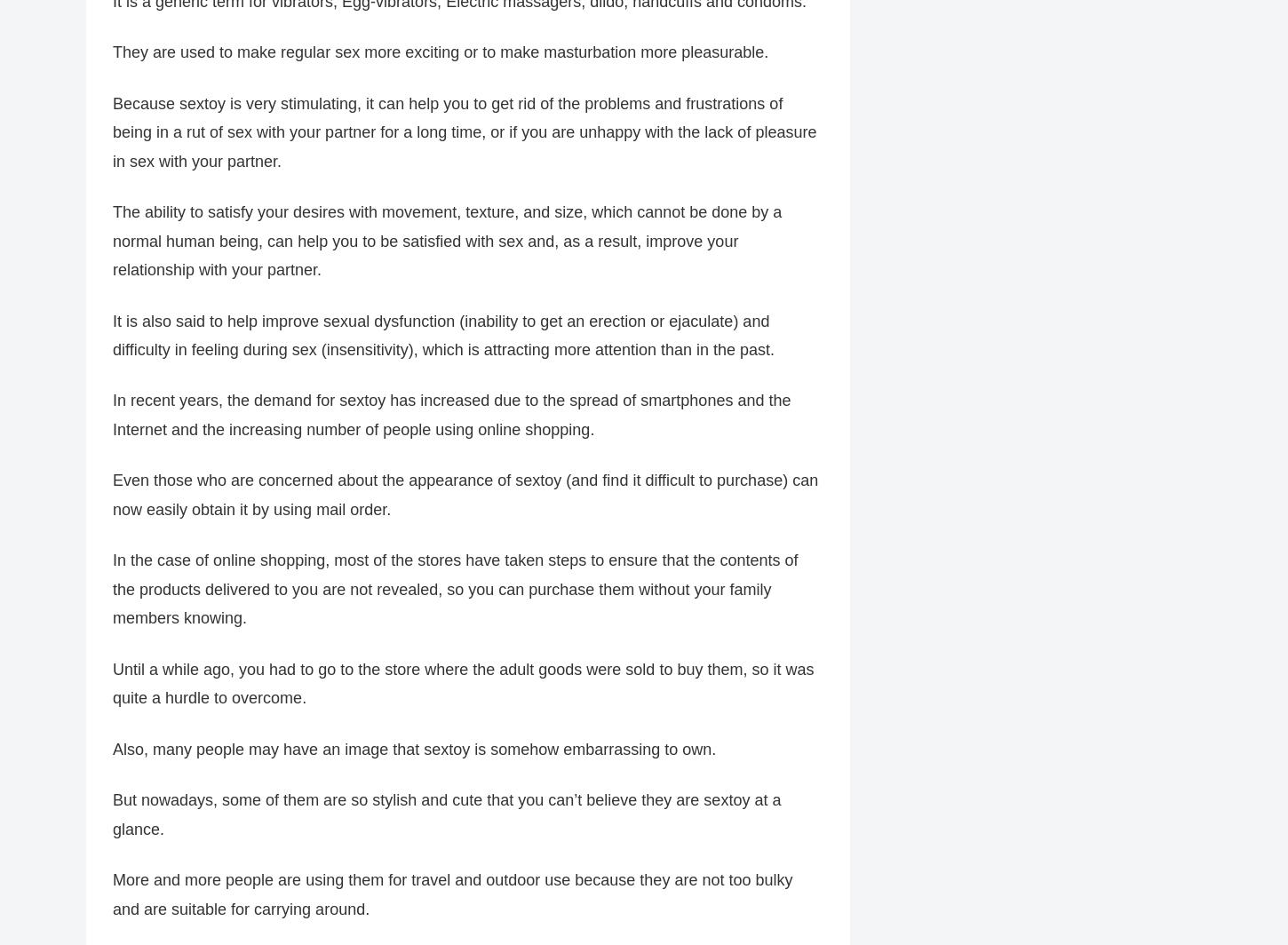  Describe the element at coordinates (463, 683) in the screenshot. I see `'Until a while ago, you had to go to the store where the adult goods were sold to buy them, so it was quite a hurdle to overcome.'` at that location.